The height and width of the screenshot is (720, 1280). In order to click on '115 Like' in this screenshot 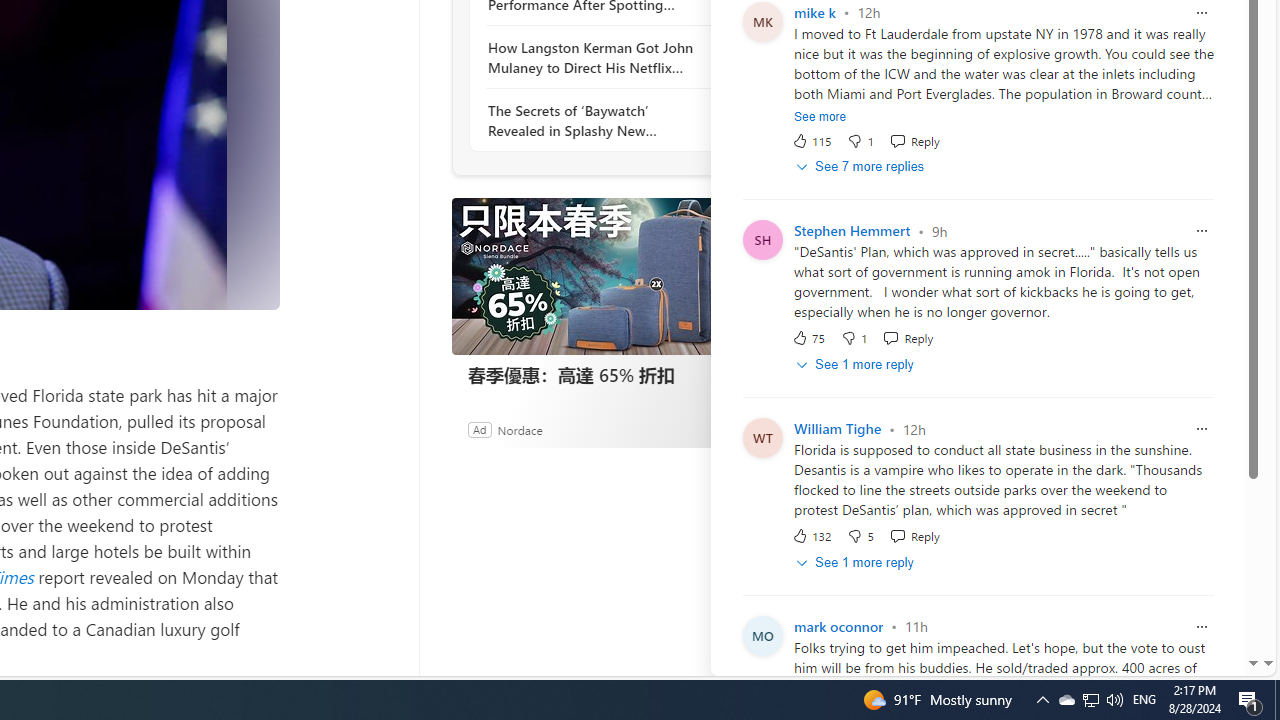, I will do `click(811, 139)`.